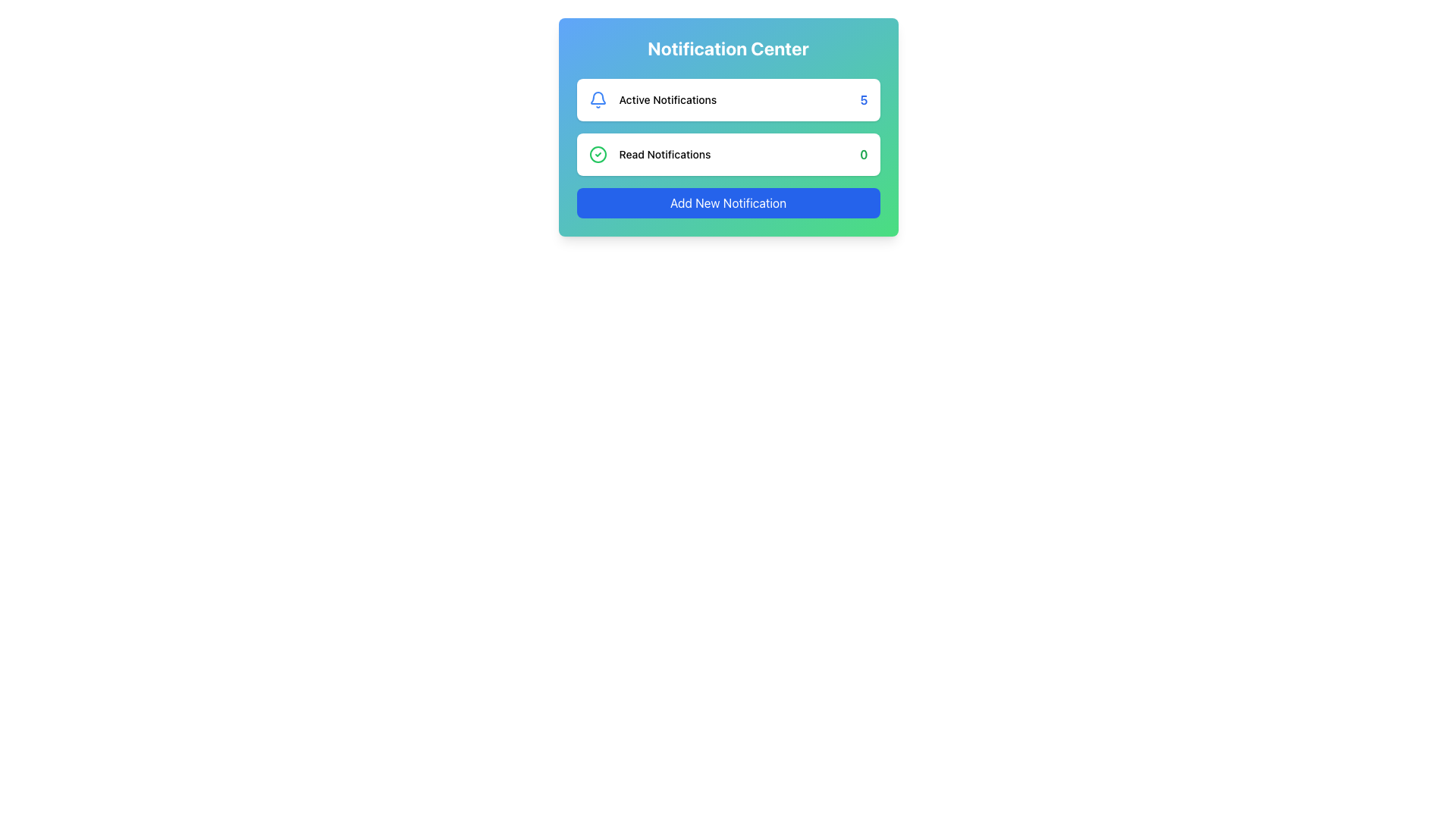 This screenshot has width=1456, height=819. What do you see at coordinates (650, 155) in the screenshot?
I see `'Read Notifications' text label which is paired with a green checkmark icon, positioned second in the list of notification statuses` at bounding box center [650, 155].